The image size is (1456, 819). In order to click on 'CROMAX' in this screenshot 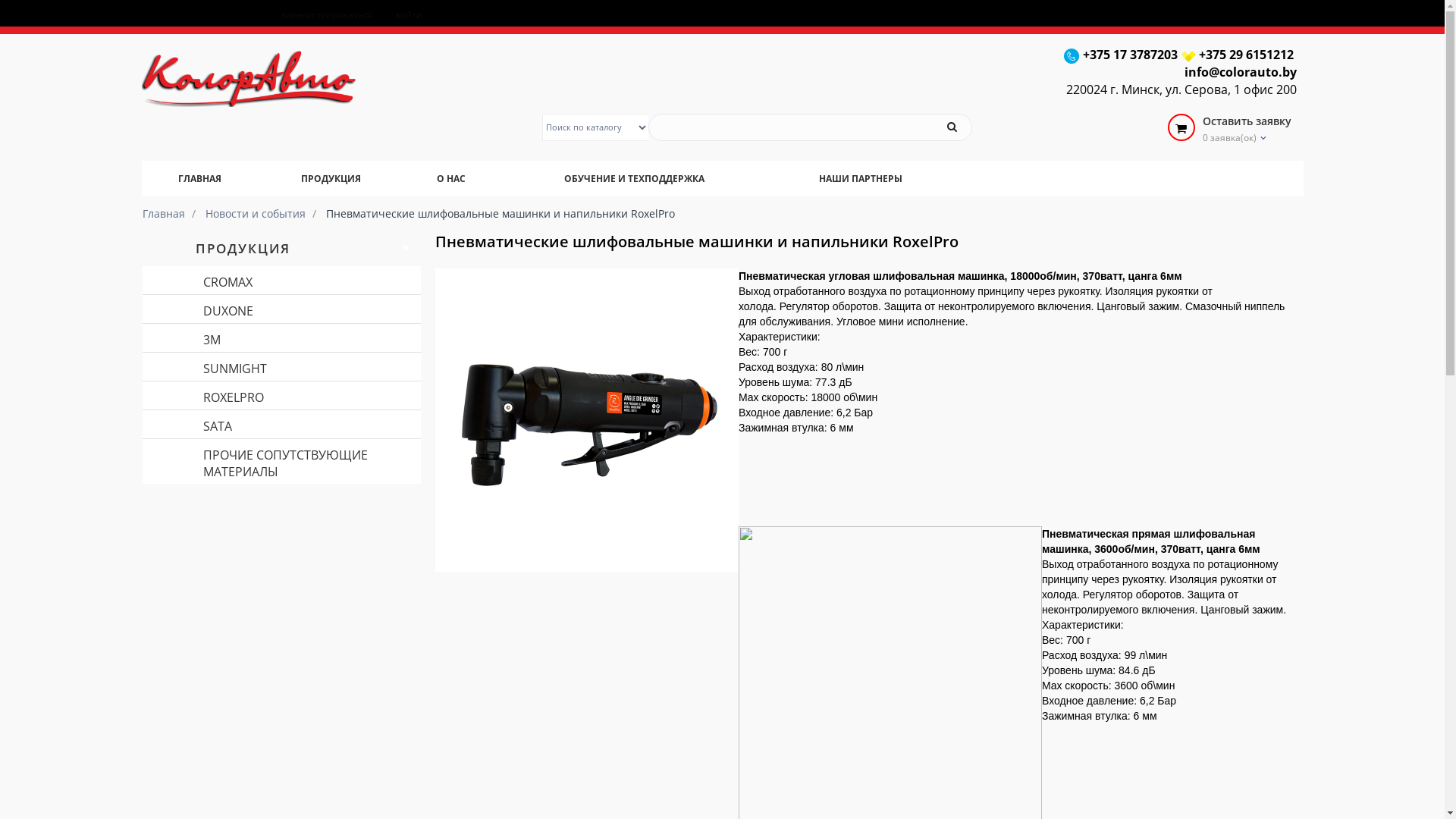, I will do `click(282, 281)`.